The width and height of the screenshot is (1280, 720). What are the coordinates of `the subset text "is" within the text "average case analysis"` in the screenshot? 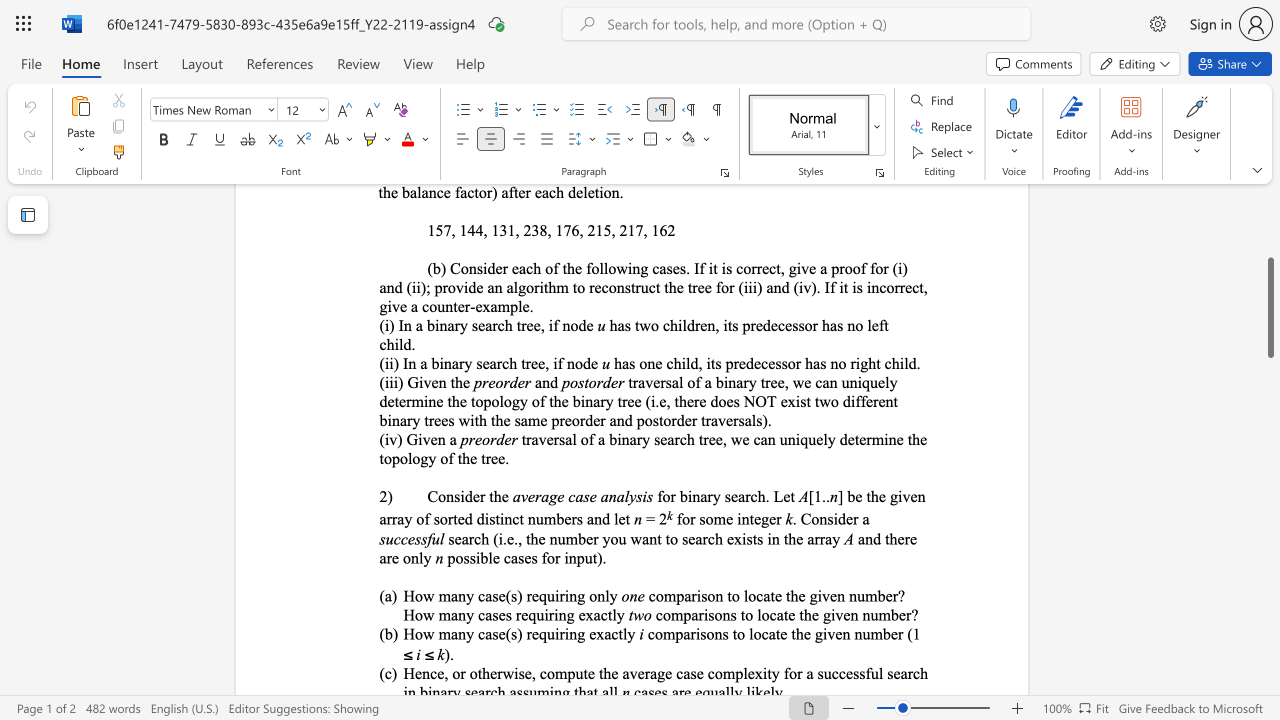 It's located at (642, 495).